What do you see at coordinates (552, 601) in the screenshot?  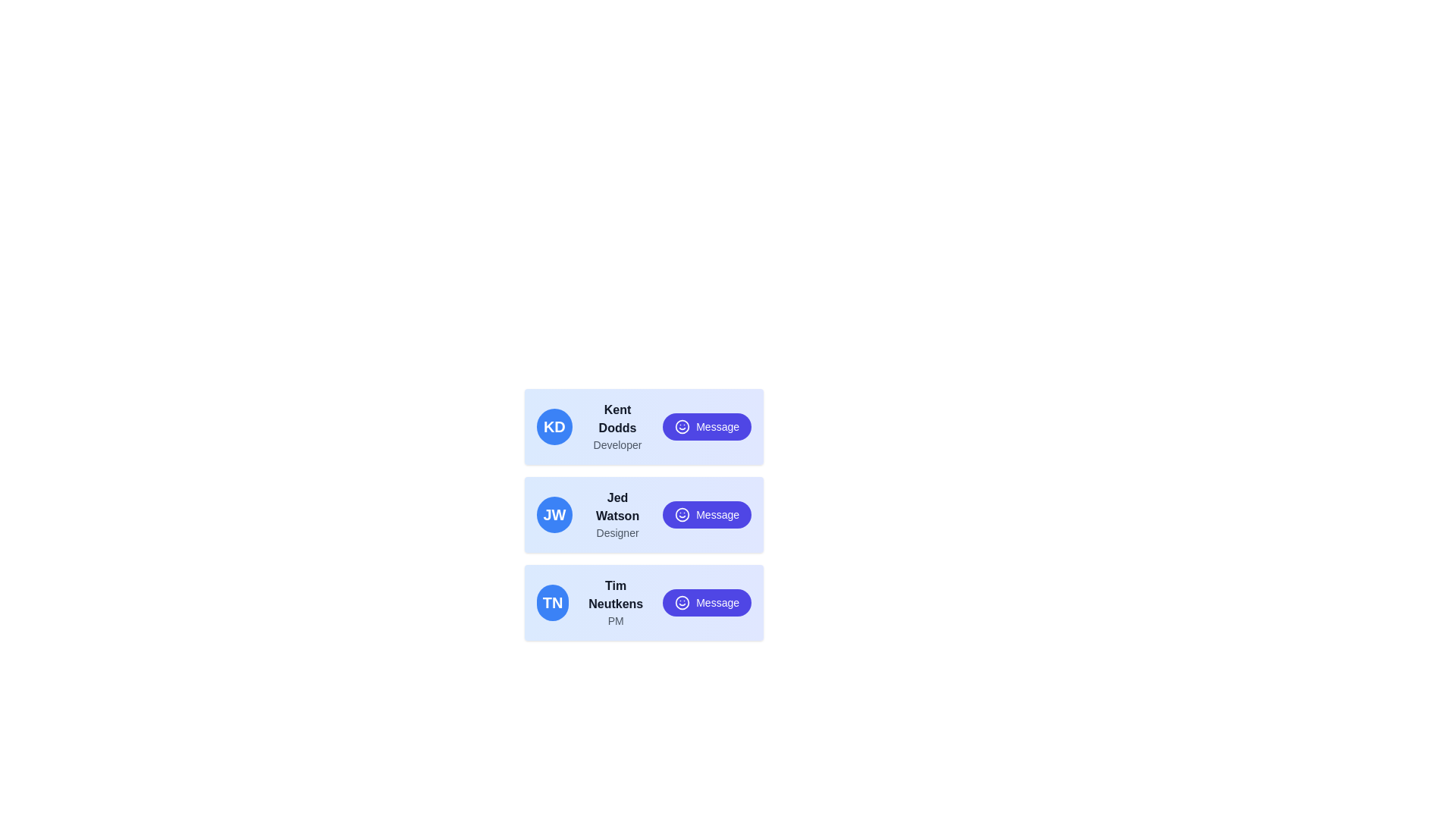 I see `the Profile Badge representing user initials, which is located to the left of 'Tim Neutkens' and the 'Message' button` at bounding box center [552, 601].